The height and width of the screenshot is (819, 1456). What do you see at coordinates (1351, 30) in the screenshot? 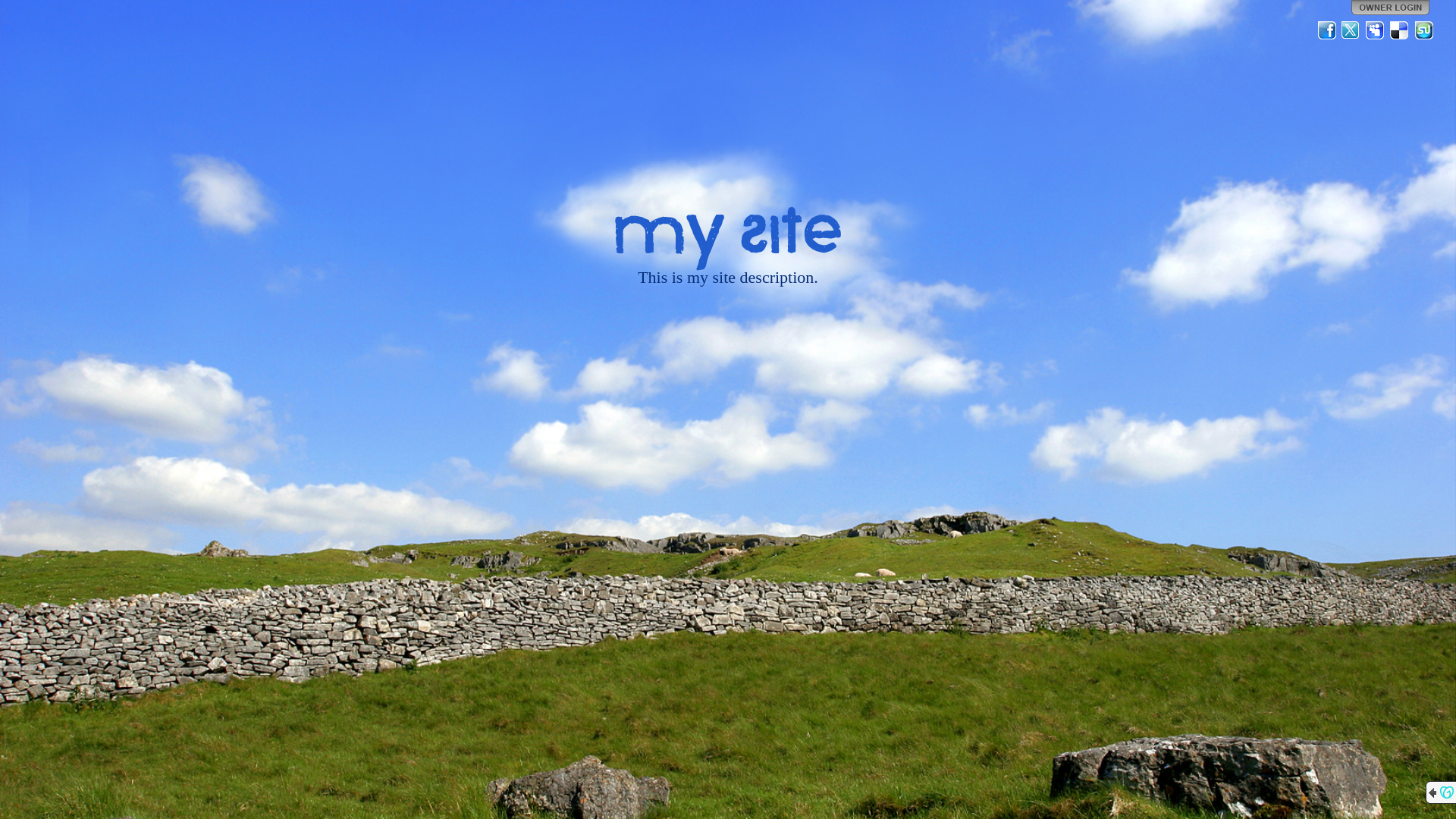
I see `'Twitter'` at bounding box center [1351, 30].